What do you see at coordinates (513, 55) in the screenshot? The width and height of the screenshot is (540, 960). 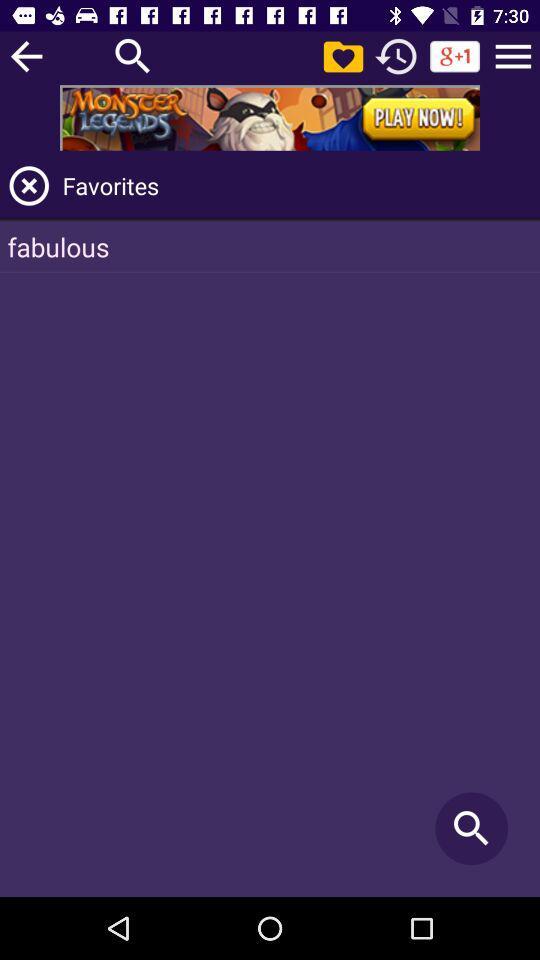 I see `the menu icon` at bounding box center [513, 55].